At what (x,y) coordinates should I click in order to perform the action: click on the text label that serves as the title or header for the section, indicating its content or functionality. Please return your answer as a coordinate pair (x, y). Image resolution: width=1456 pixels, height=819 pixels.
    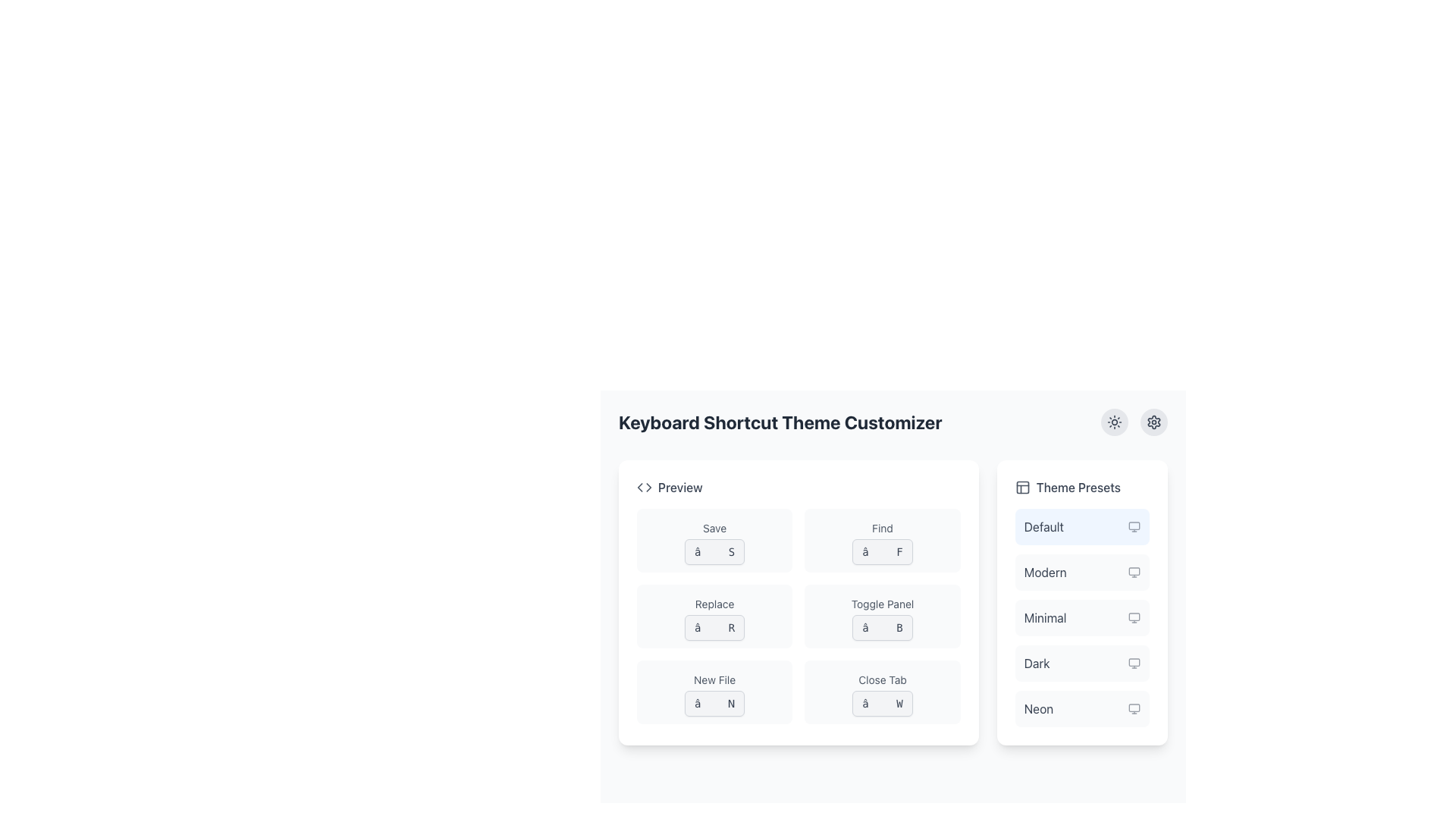
    Looking at the image, I should click on (780, 422).